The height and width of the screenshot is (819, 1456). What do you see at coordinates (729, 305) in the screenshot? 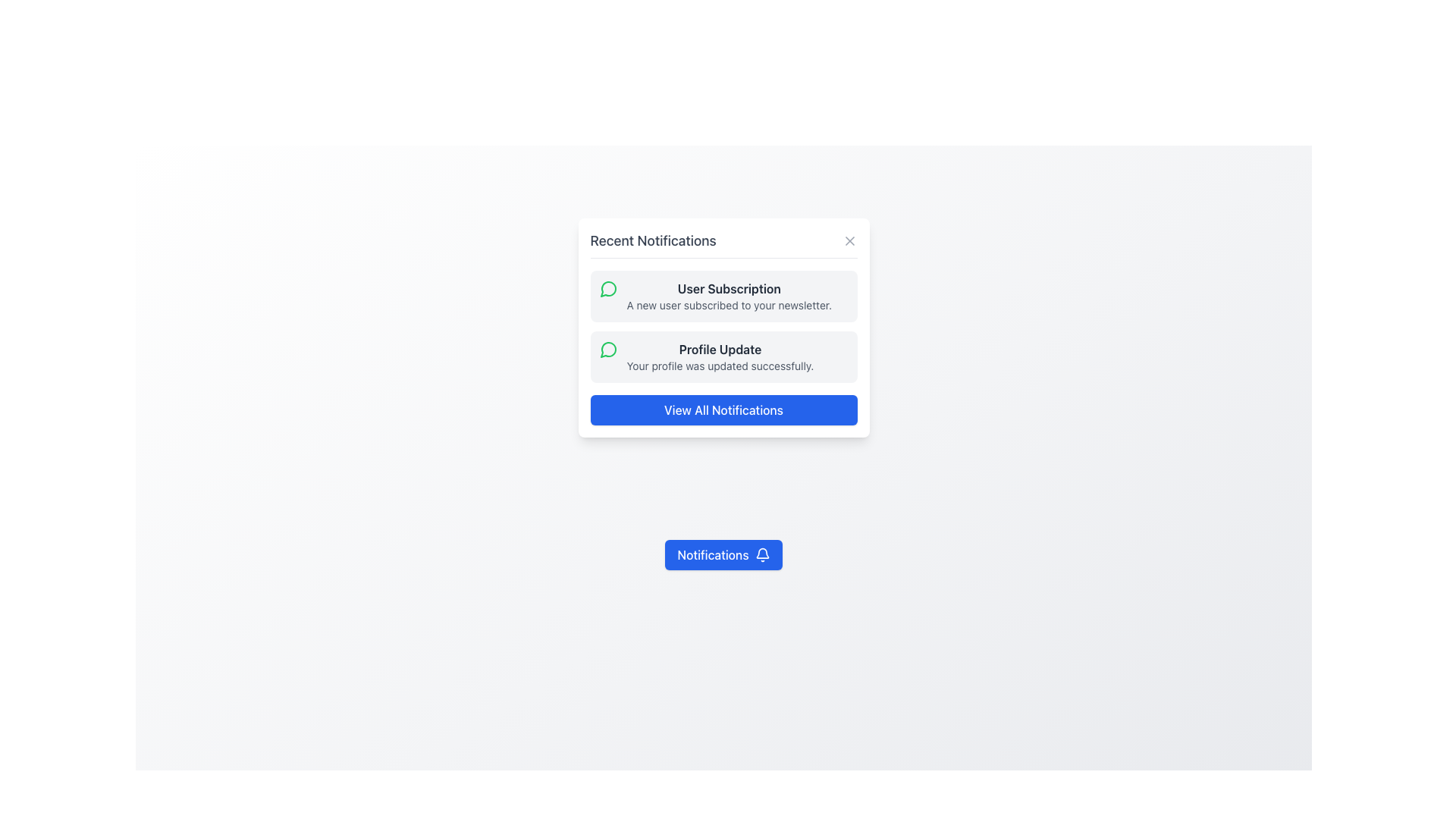
I see `the text label providing additional context for the 'User Subscription' notification situated below the title in the notification card` at bounding box center [729, 305].